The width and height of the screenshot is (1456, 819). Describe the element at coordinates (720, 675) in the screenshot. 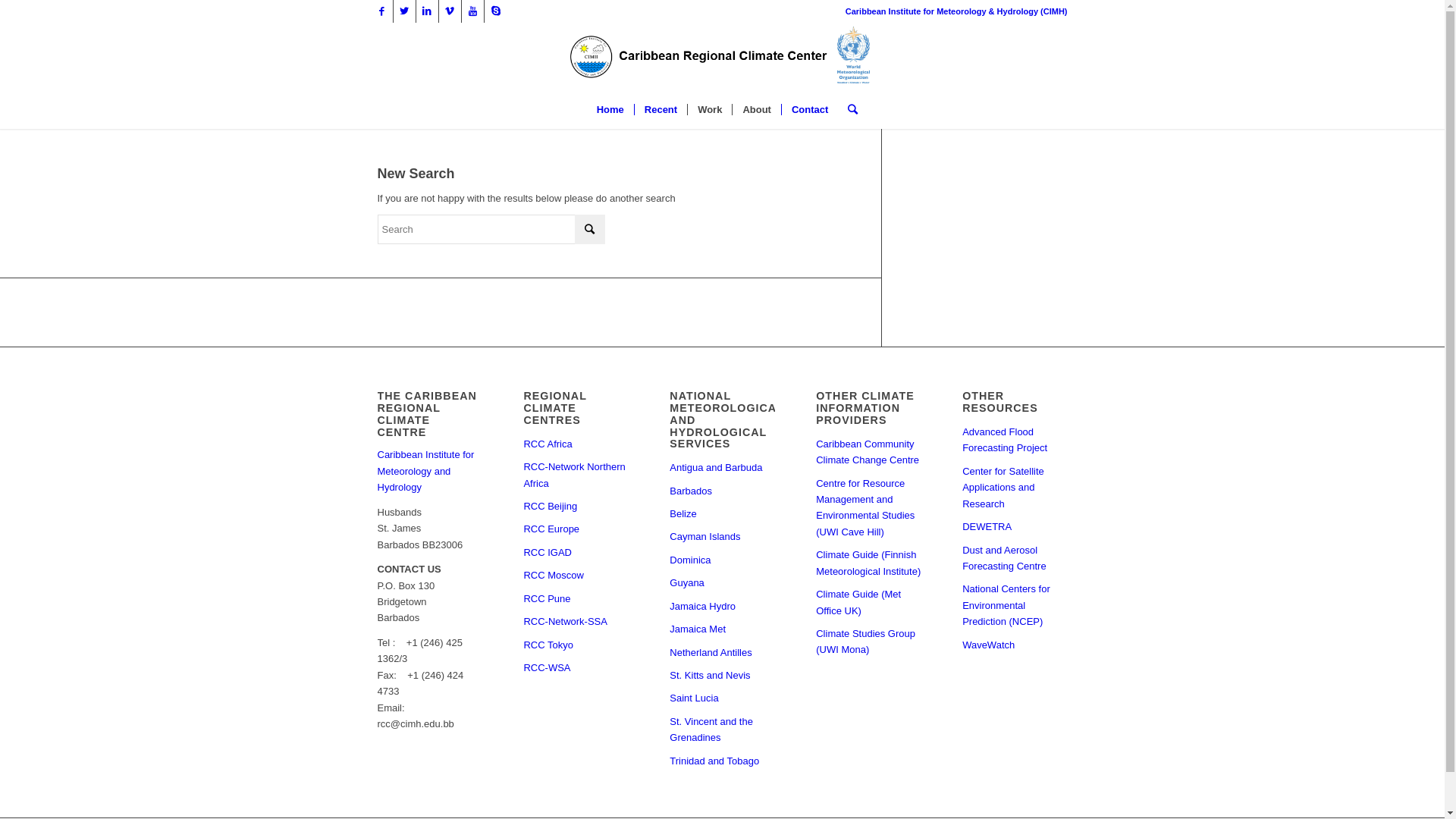

I see `'St. Kitts and Nevis'` at that location.